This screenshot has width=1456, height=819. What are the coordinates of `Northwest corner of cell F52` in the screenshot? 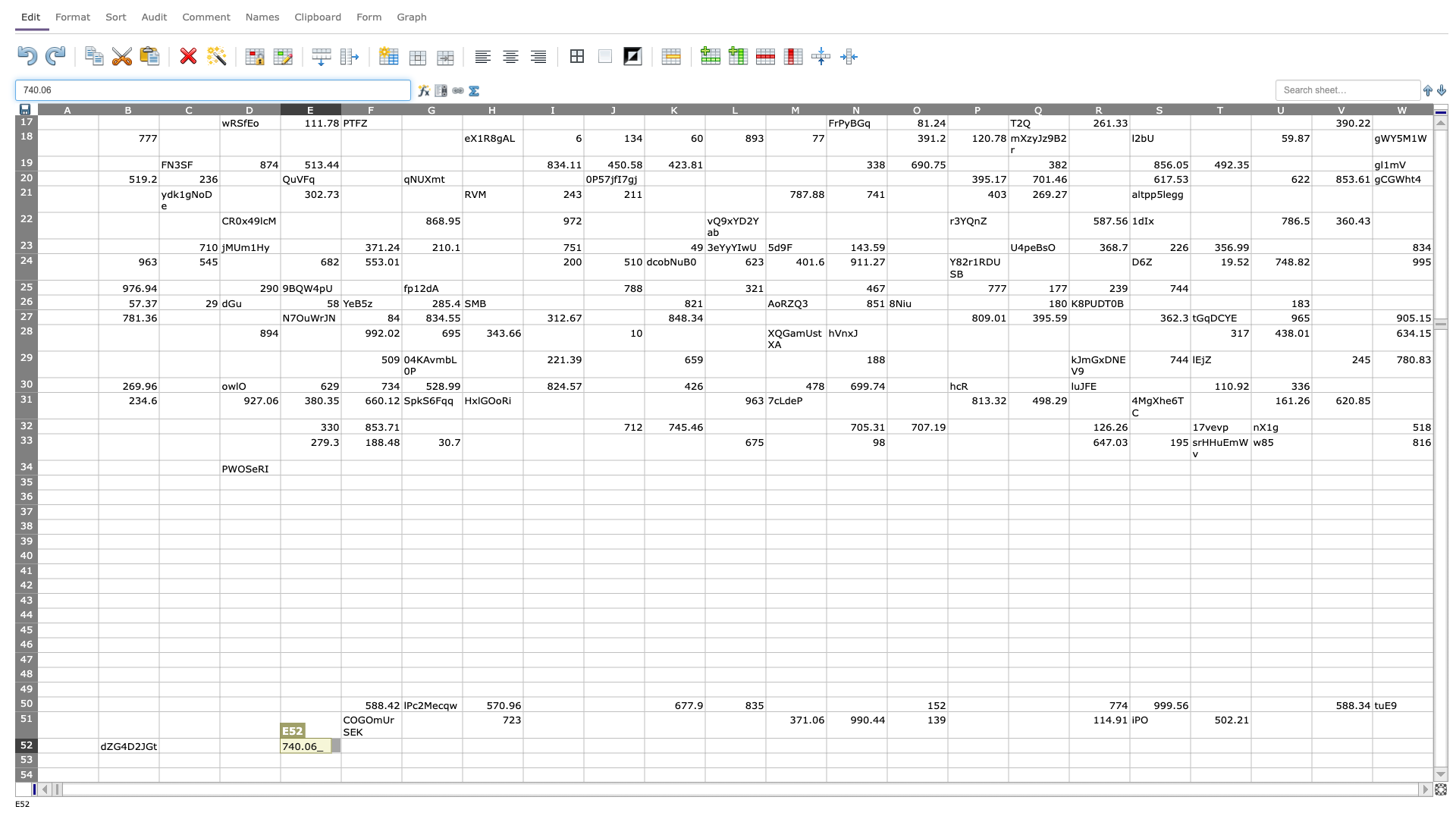 It's located at (340, 737).